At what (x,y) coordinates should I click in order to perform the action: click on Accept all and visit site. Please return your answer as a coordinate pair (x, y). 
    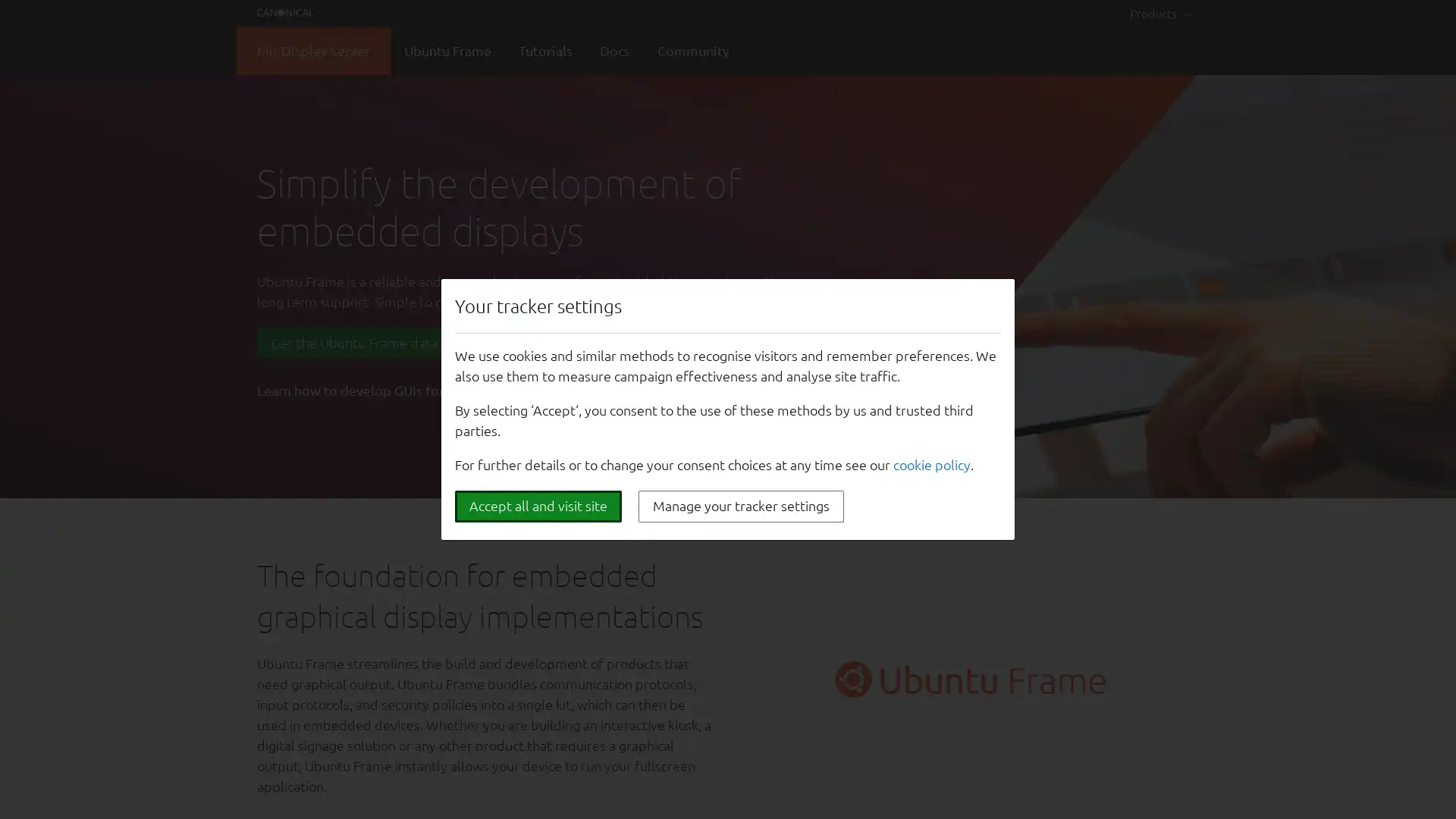
    Looking at the image, I should click on (538, 506).